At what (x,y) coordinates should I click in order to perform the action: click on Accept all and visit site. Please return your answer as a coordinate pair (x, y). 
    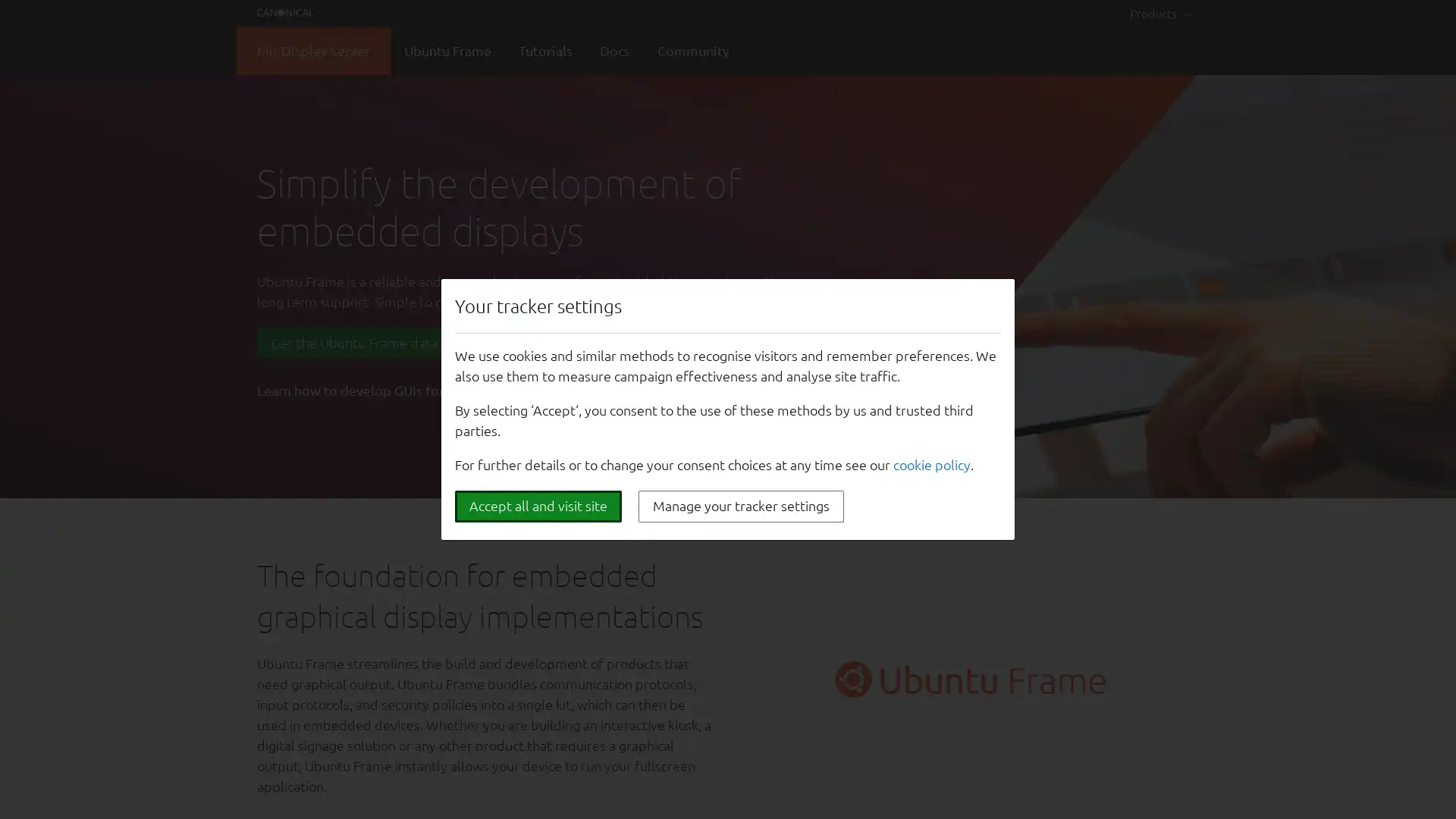
    Looking at the image, I should click on (538, 506).